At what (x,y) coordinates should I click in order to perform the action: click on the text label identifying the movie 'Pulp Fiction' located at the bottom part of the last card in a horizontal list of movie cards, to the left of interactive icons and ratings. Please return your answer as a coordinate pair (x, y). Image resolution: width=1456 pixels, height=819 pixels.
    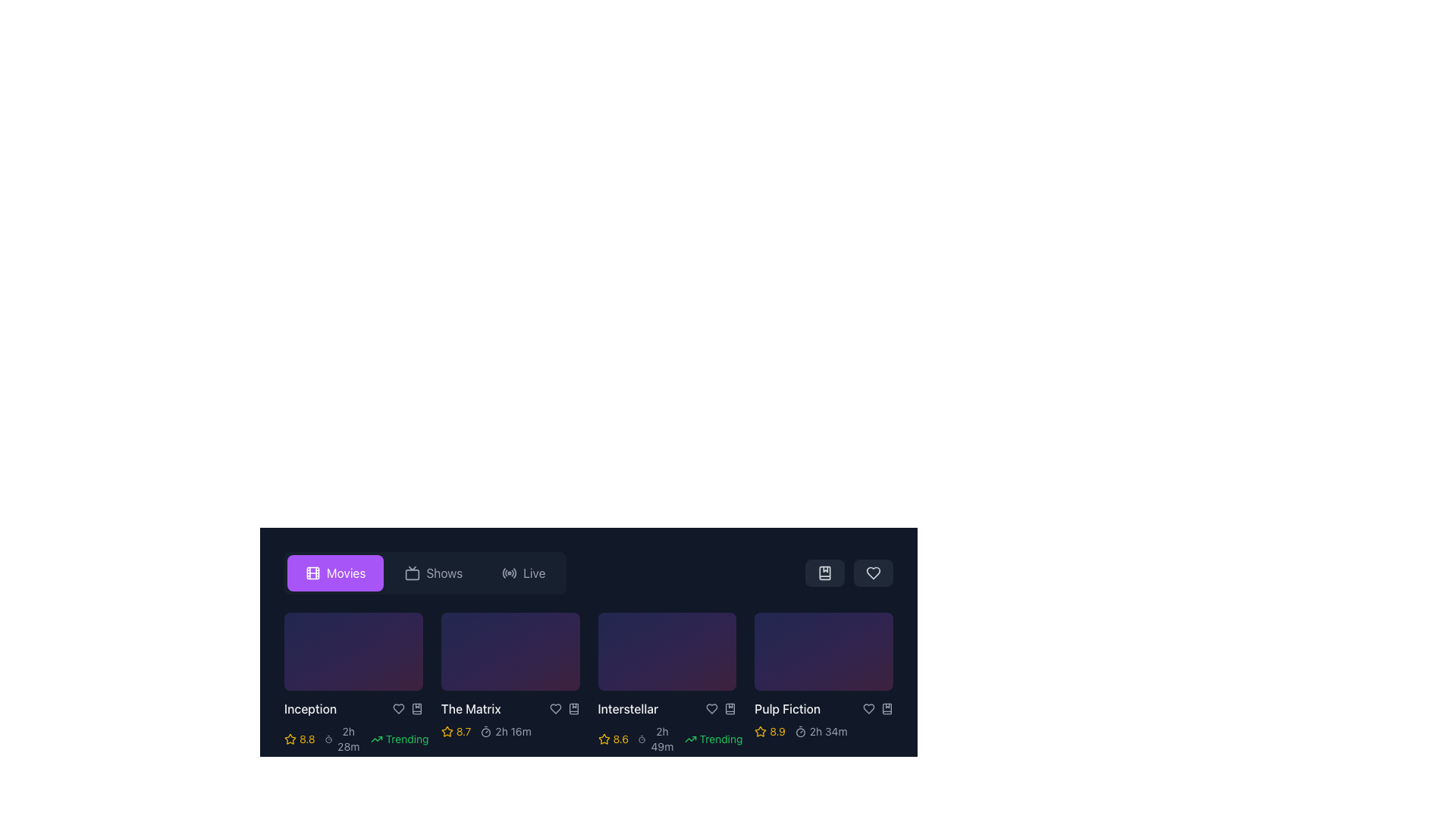
    Looking at the image, I should click on (787, 708).